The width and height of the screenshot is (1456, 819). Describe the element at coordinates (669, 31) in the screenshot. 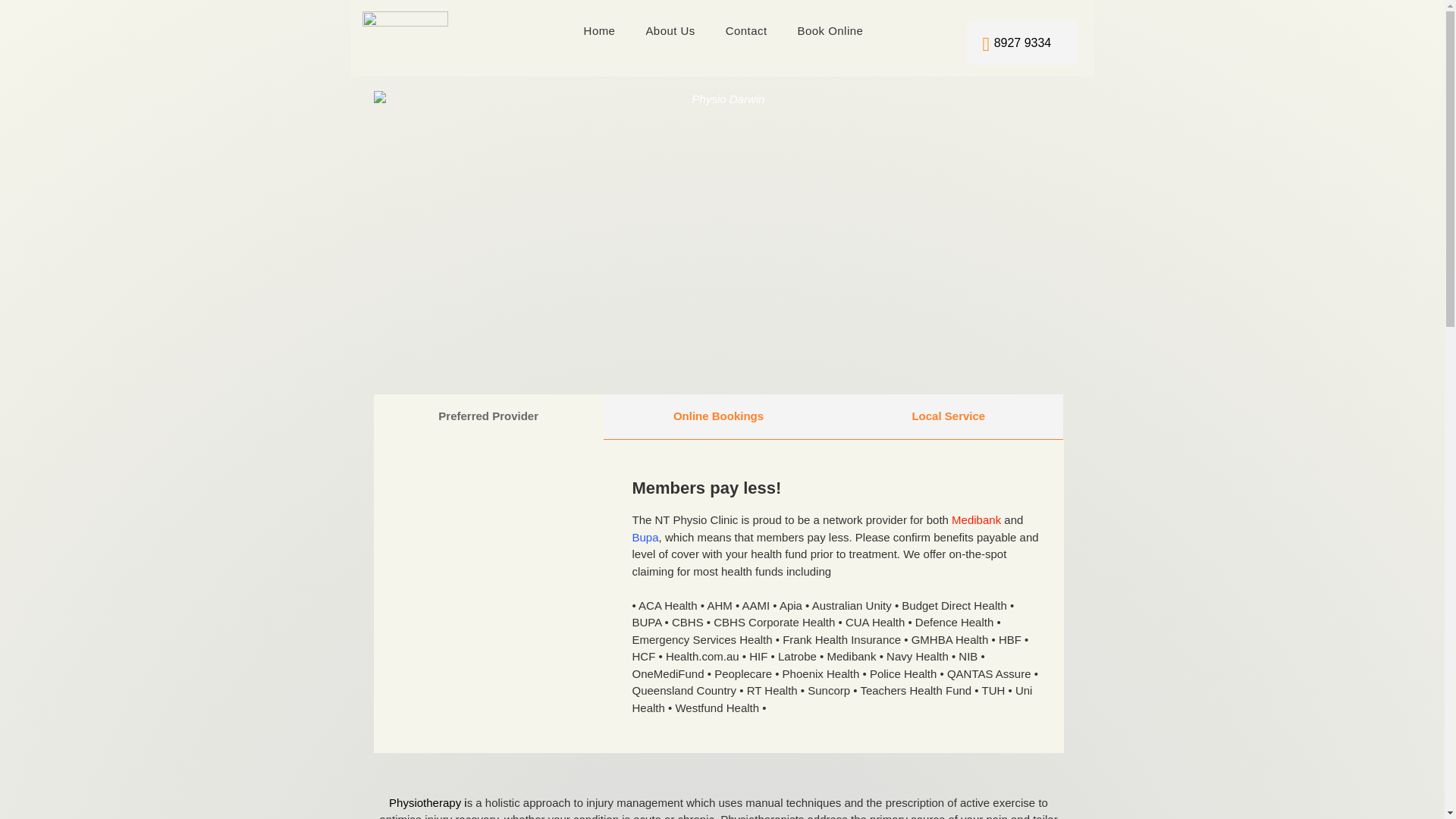

I see `'About Us'` at that location.